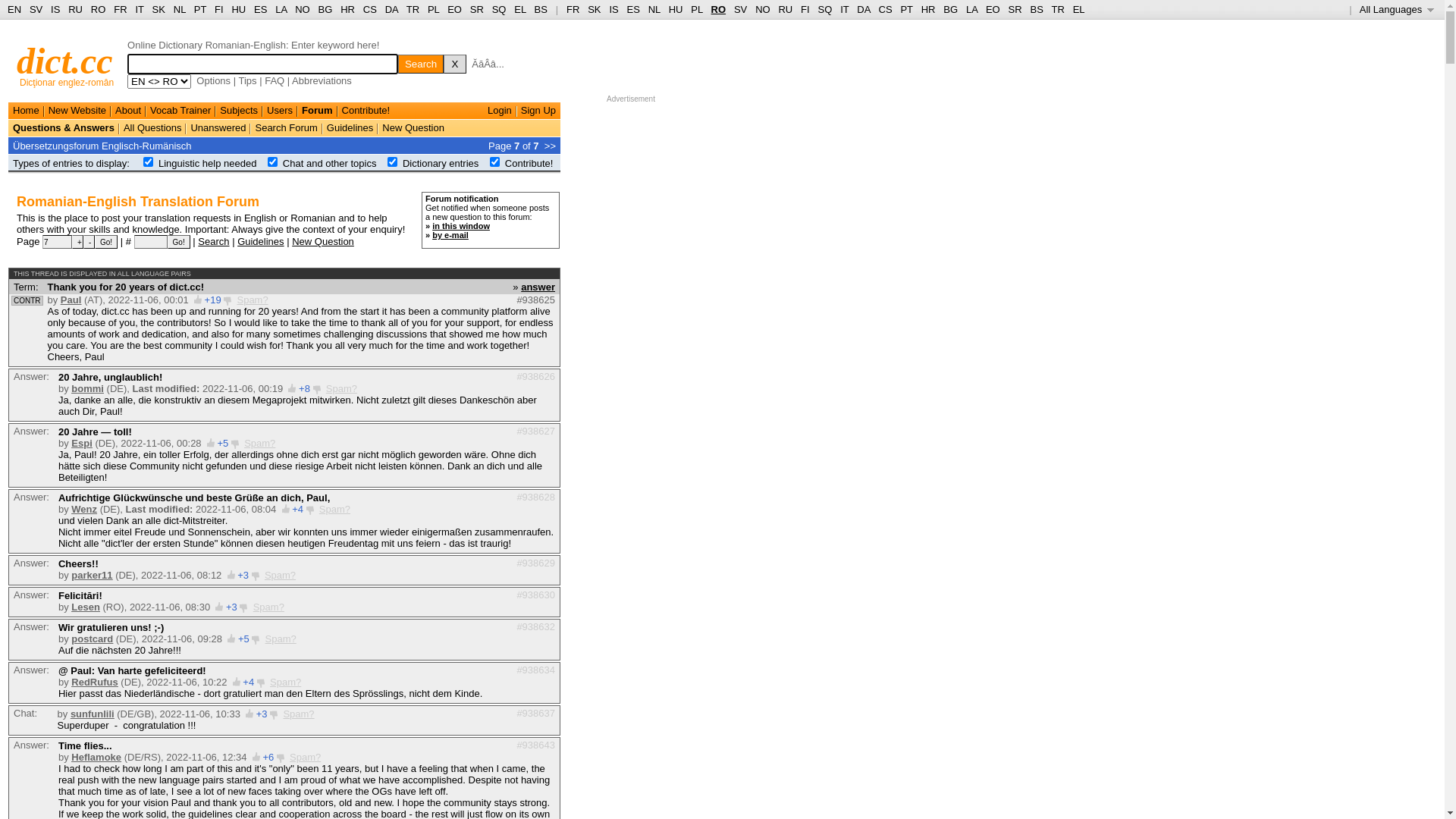 The image size is (1456, 819). What do you see at coordinates (965, 9) in the screenshot?
I see `'LA'` at bounding box center [965, 9].